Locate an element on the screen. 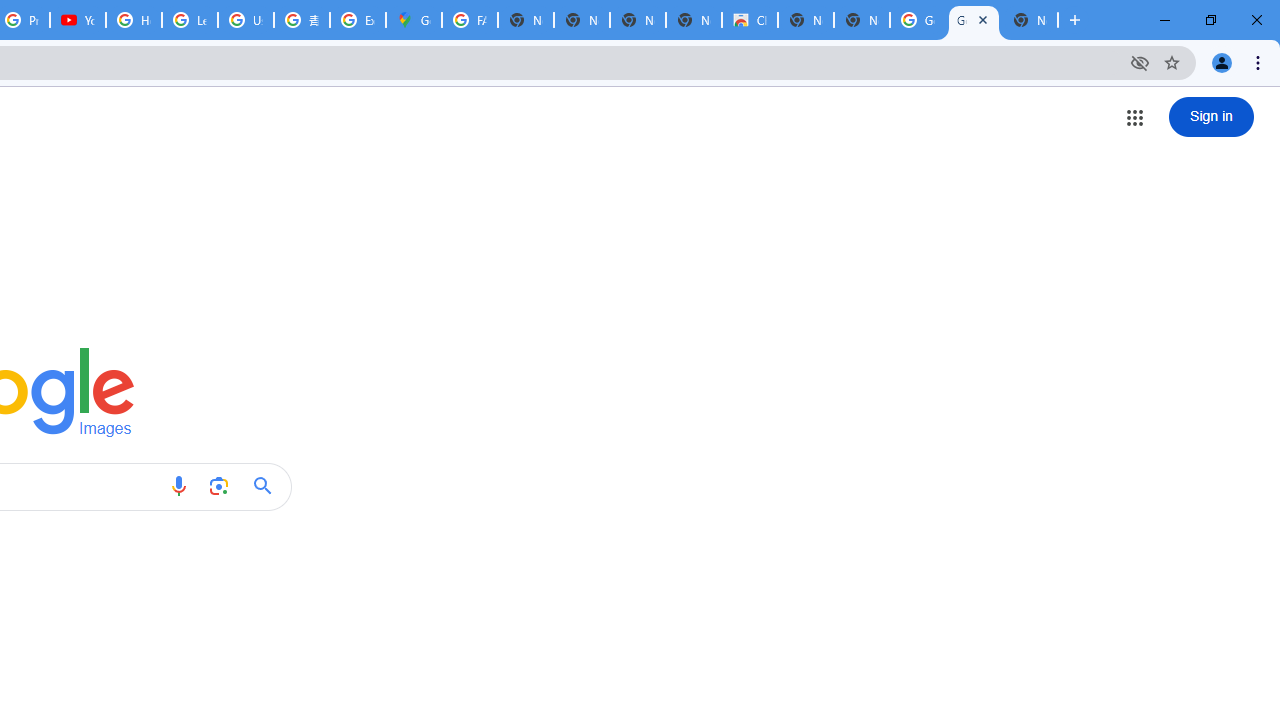  'Third-party cookies blocked' is located at coordinates (1139, 61).